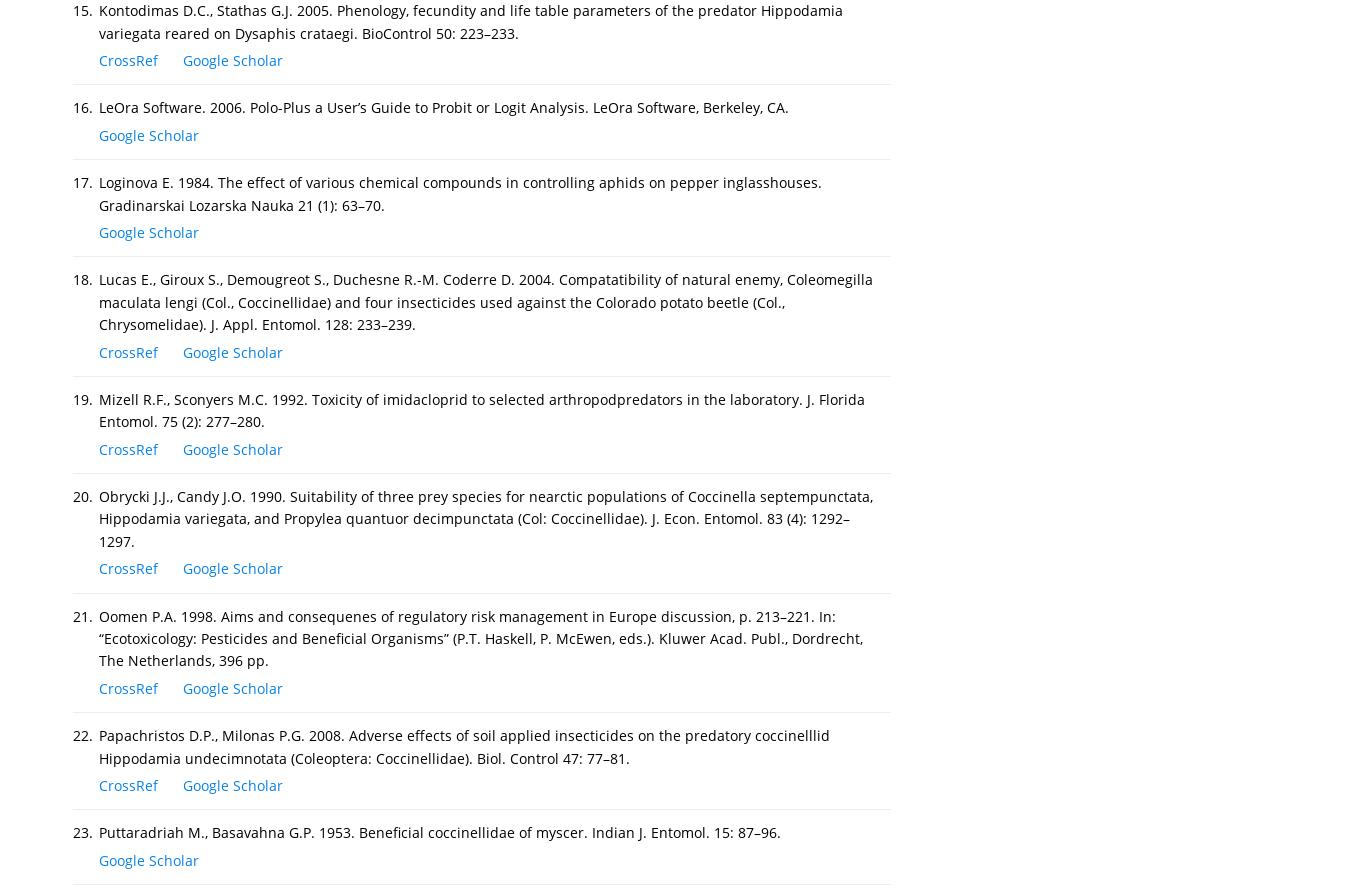  What do you see at coordinates (83, 107) in the screenshot?
I see `'16.'` at bounding box center [83, 107].